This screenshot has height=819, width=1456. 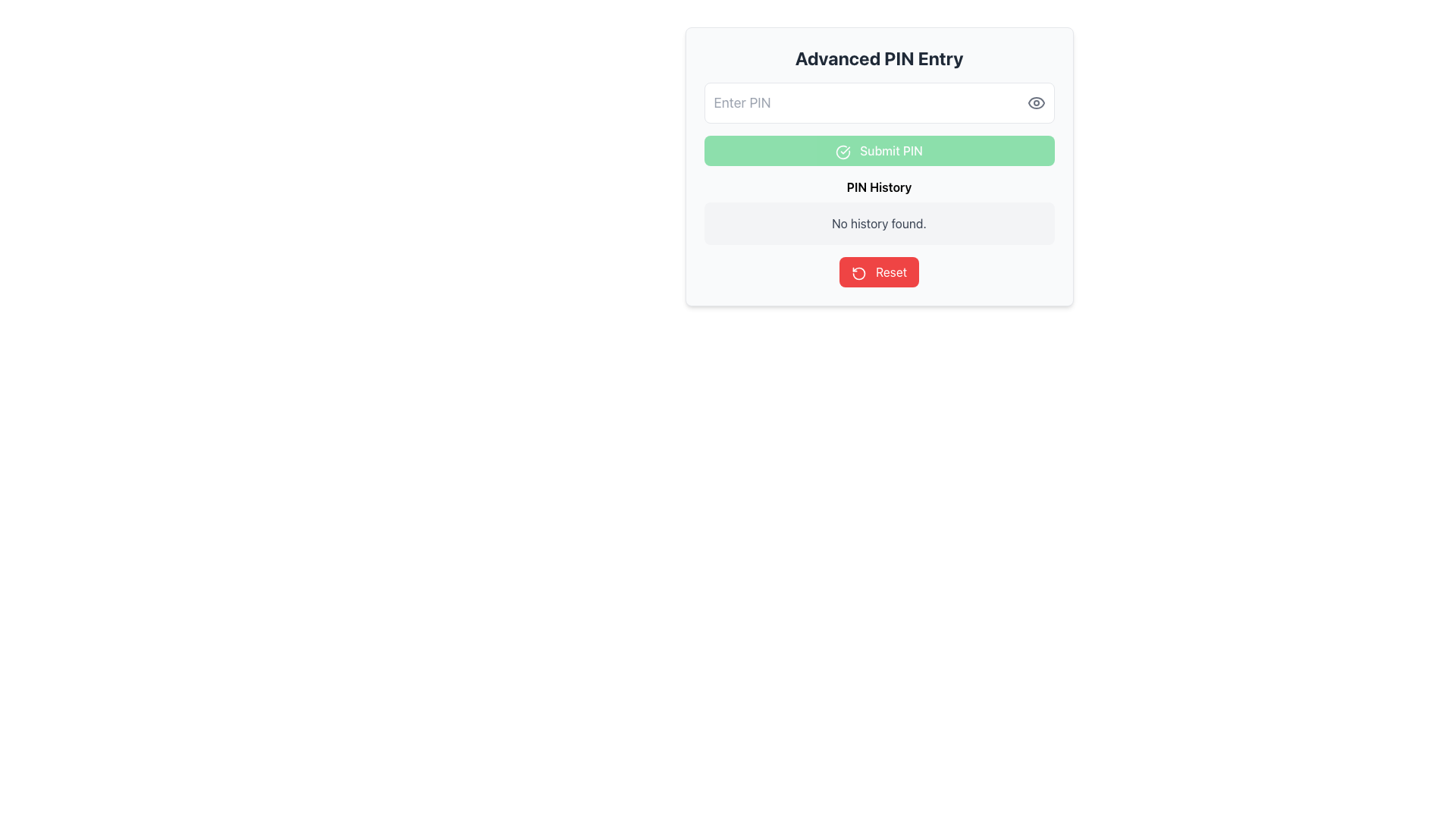 What do you see at coordinates (879, 211) in the screenshot?
I see `information displayed on the Informational Card that shows 'No history found' regarding PIN history, located within the 'Advanced PIN Entry' card, positioned below the 'Submit PIN' button and above the 'Reset' button` at bounding box center [879, 211].